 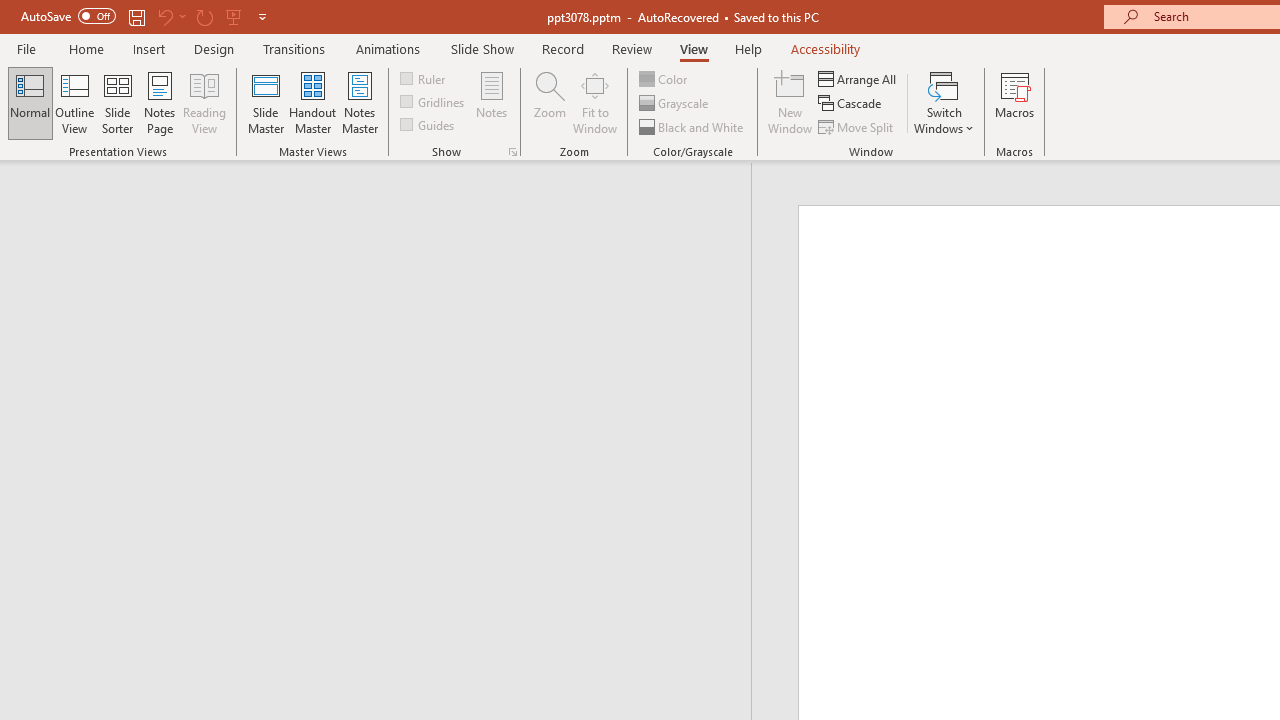 I want to click on 'Ruler', so click(x=423, y=77).